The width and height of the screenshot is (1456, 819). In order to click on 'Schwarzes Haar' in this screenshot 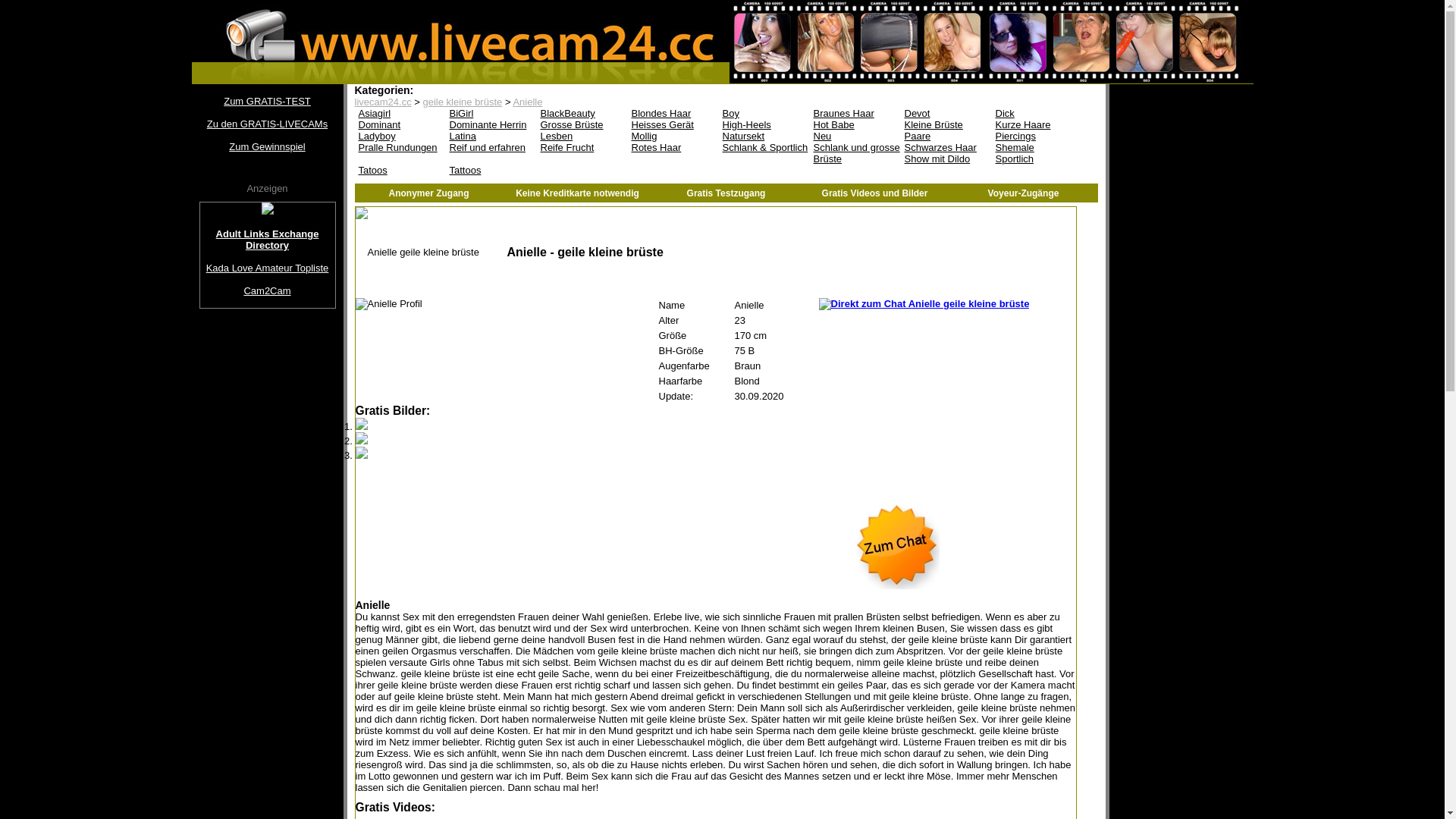, I will do `click(901, 147)`.